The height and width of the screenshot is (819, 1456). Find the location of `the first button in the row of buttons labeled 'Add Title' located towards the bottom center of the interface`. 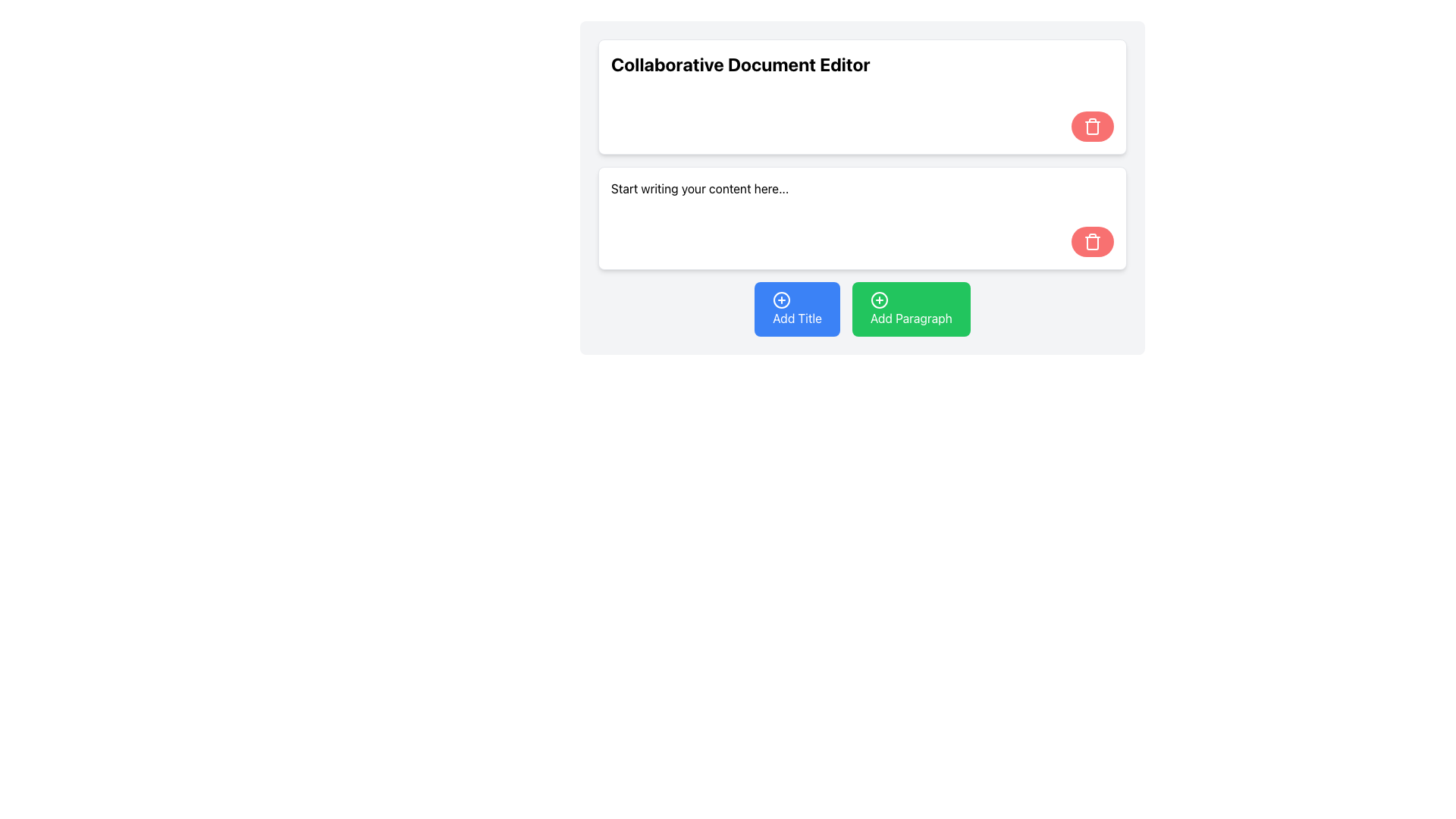

the first button in the row of buttons labeled 'Add Title' located towards the bottom center of the interface is located at coordinates (796, 309).